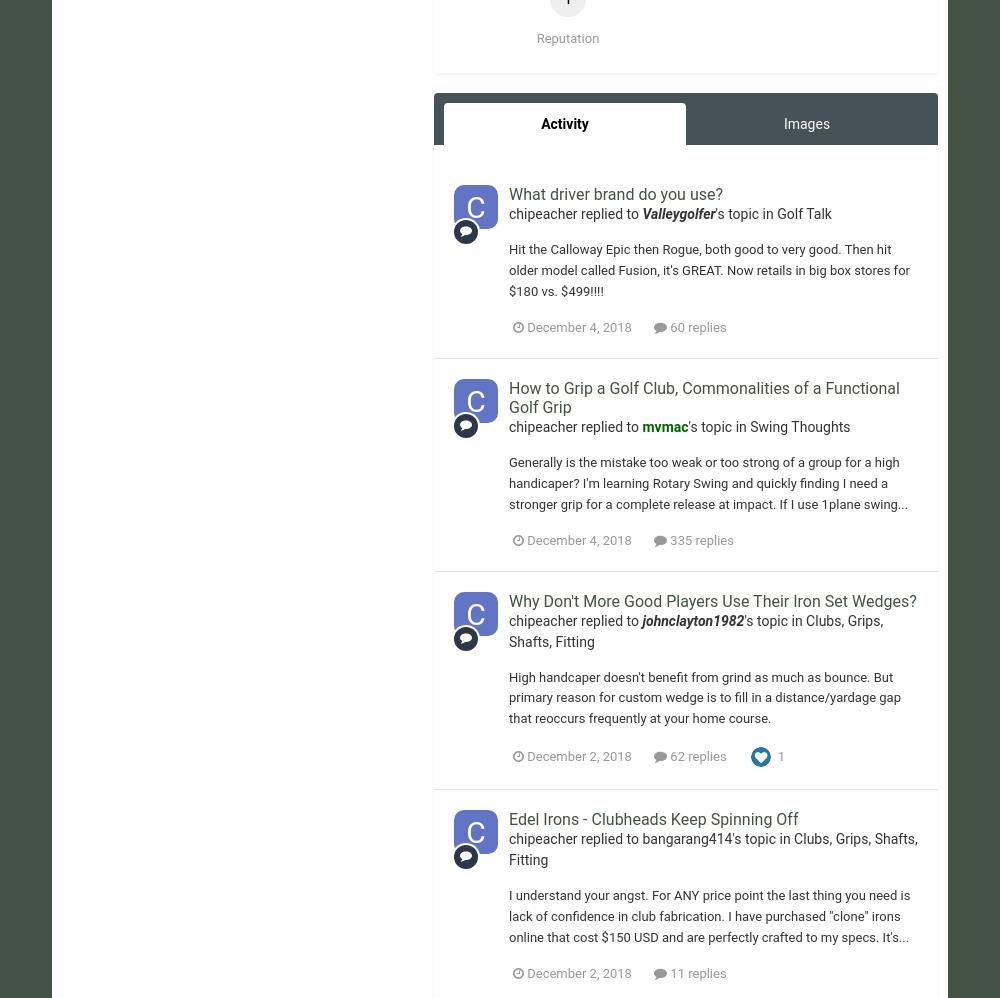 The width and height of the screenshot is (1000, 998). Describe the element at coordinates (545, 140) in the screenshot. I see `'distance'` at that location.